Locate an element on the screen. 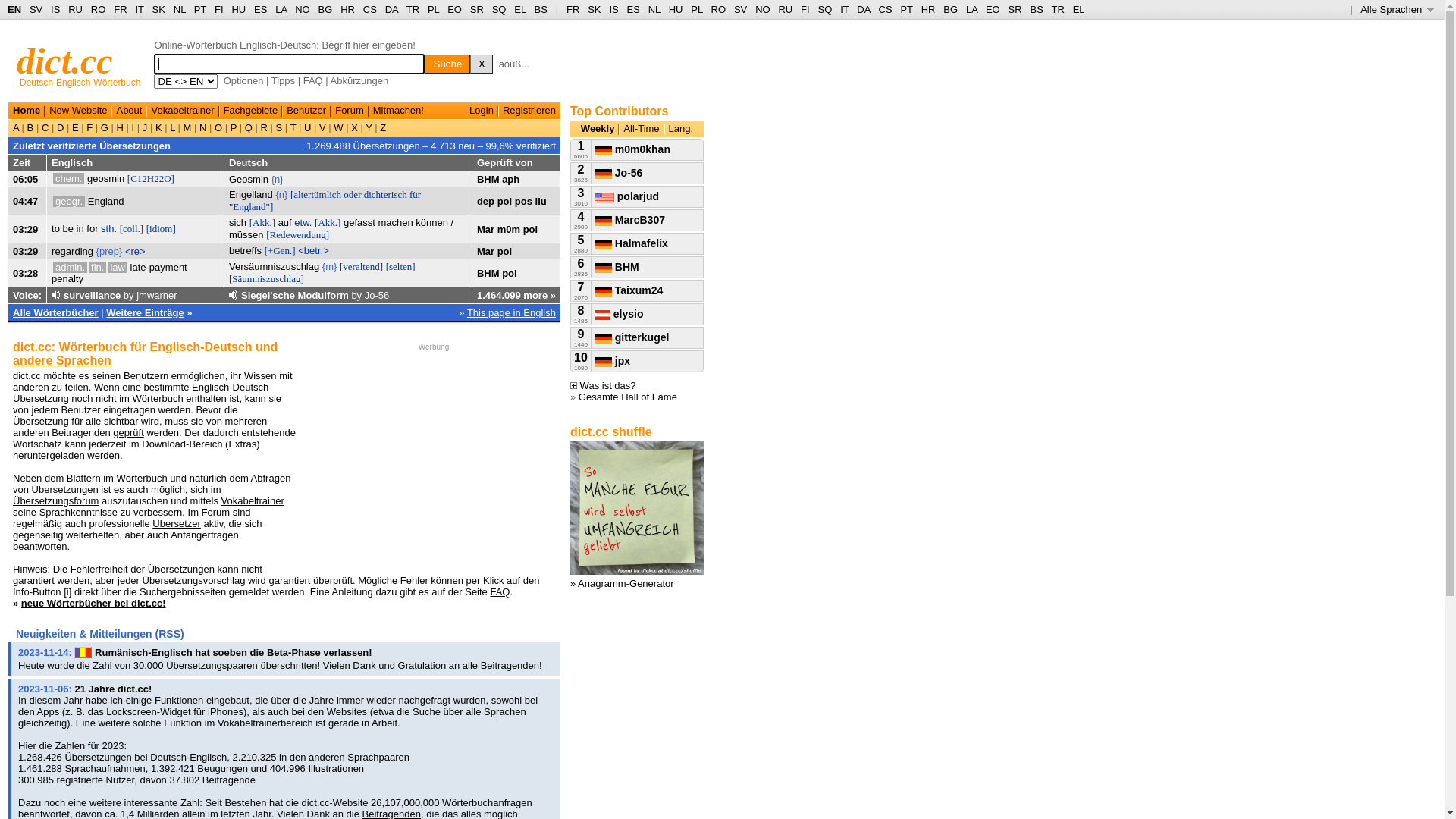 Image resolution: width=1456 pixels, height=819 pixels. 'polarjud' is located at coordinates (626, 195).